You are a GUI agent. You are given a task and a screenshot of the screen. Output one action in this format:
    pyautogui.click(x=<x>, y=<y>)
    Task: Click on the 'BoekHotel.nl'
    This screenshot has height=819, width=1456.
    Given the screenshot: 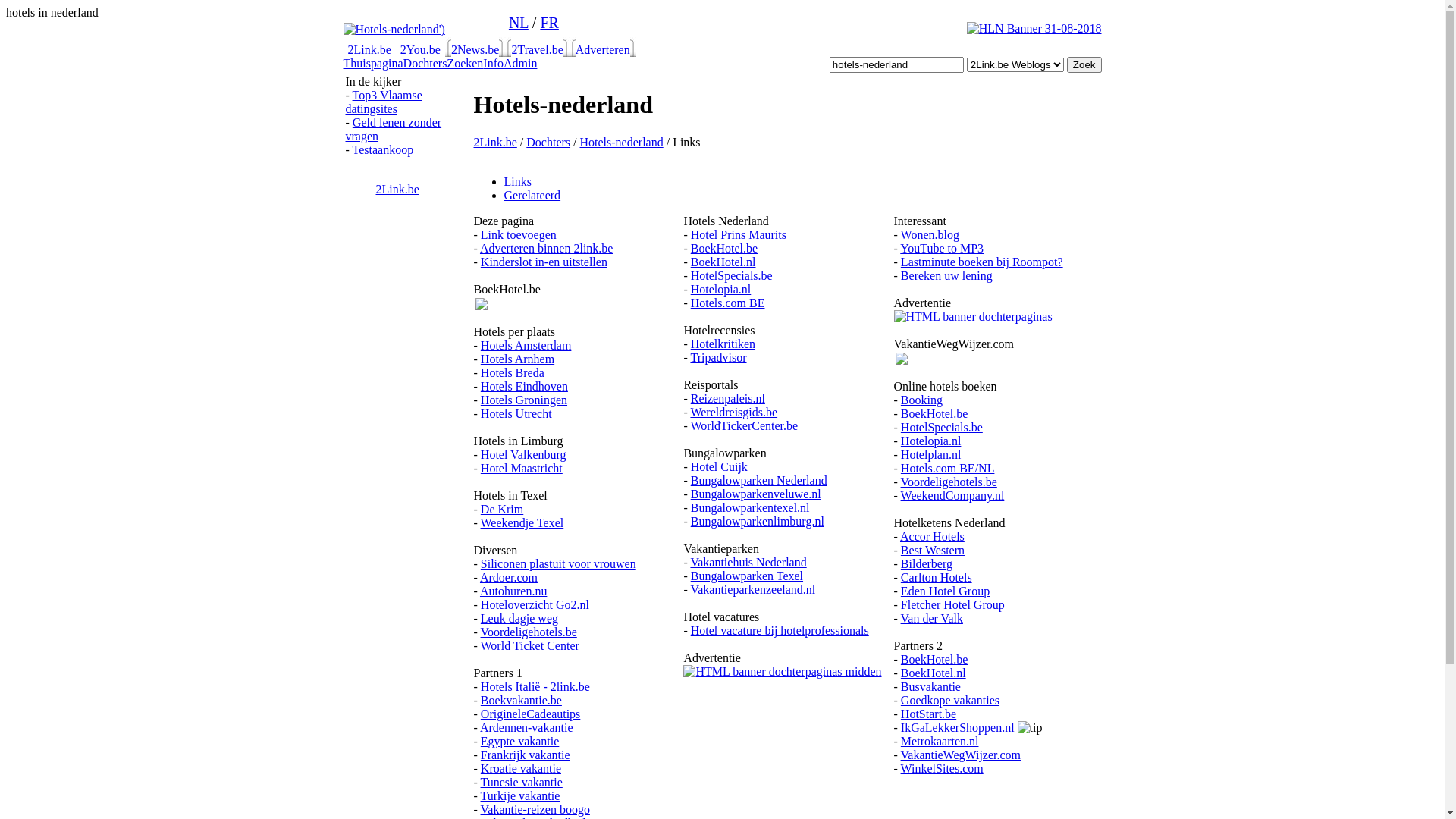 What is the action you would take?
    pyautogui.click(x=723, y=261)
    